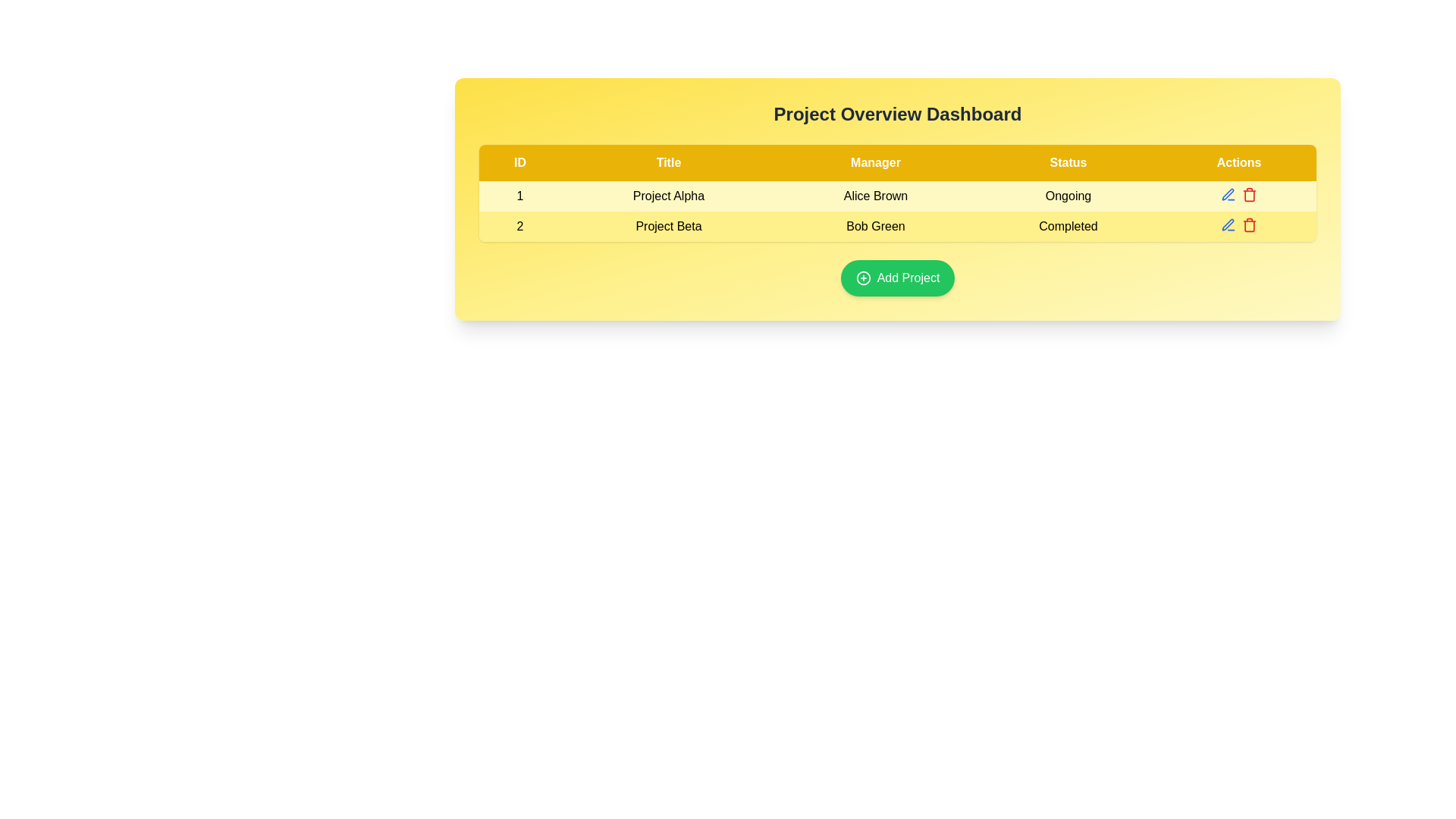 The width and height of the screenshot is (1456, 819). What do you see at coordinates (1249, 194) in the screenshot?
I see `the delete icon button located in the Actions column of the second row in the table` at bounding box center [1249, 194].